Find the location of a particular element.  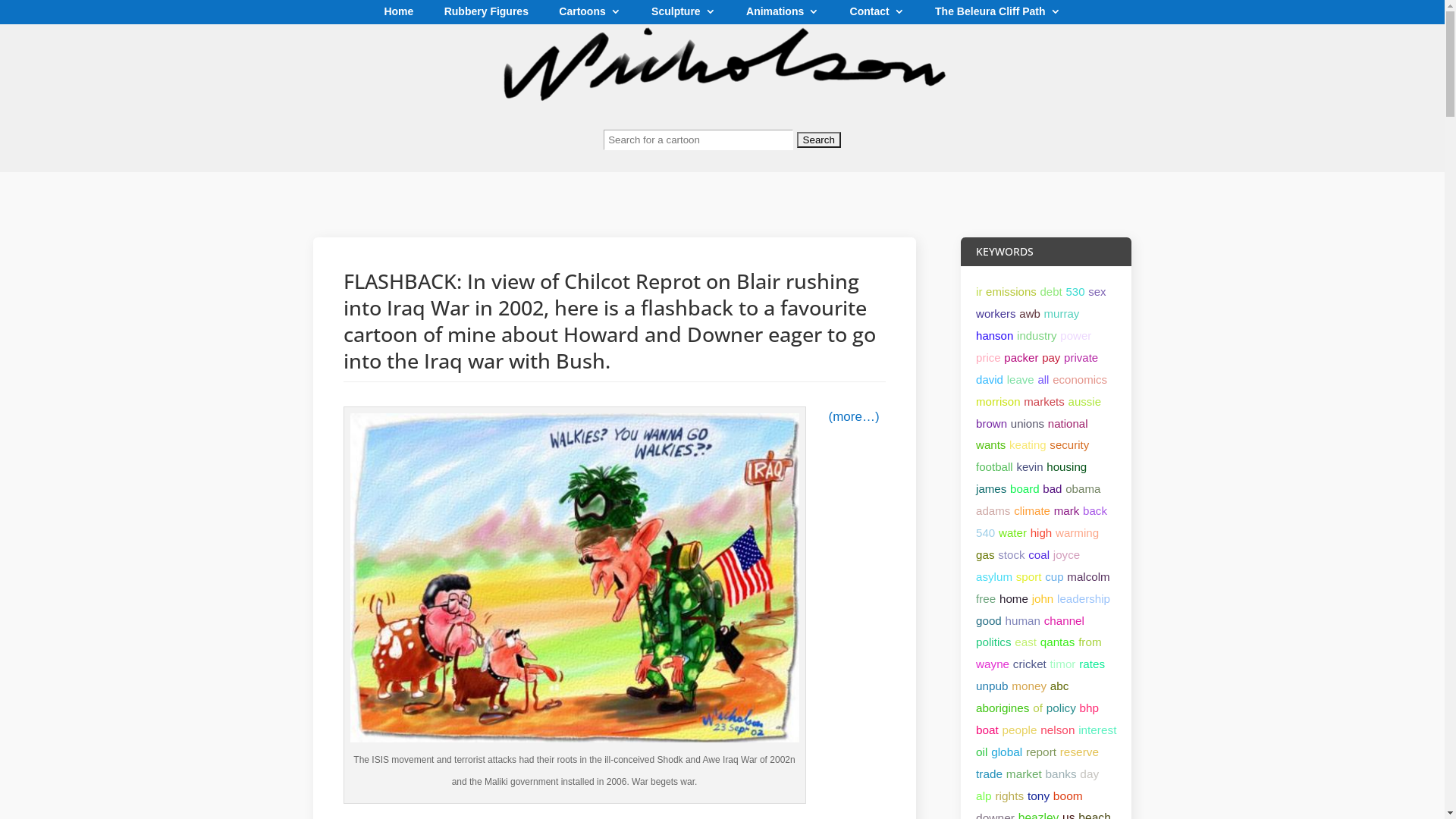

'from' is located at coordinates (1088, 642).